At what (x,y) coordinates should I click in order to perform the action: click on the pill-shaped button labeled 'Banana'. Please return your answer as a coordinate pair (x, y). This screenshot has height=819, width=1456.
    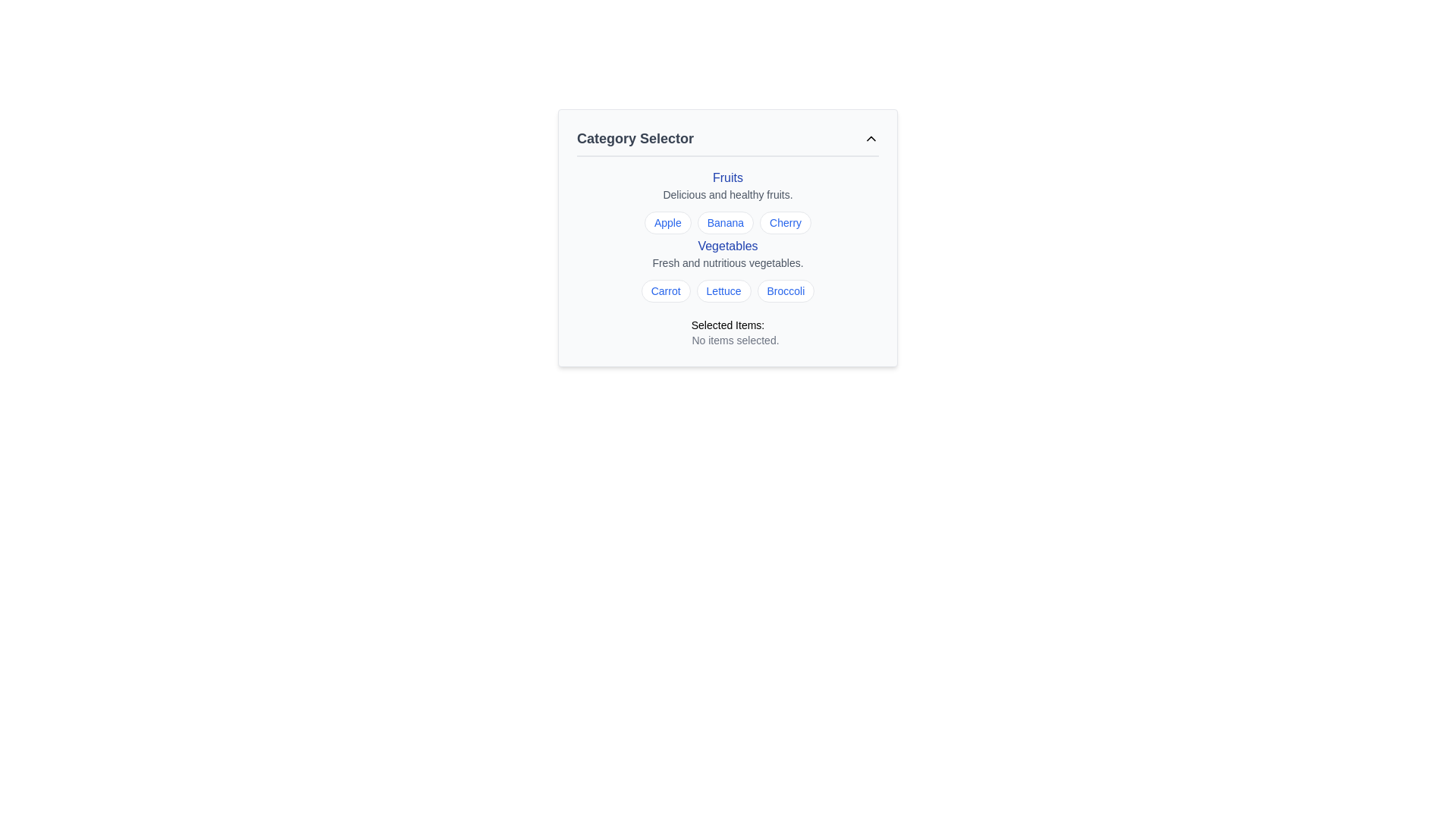
    Looking at the image, I should click on (724, 222).